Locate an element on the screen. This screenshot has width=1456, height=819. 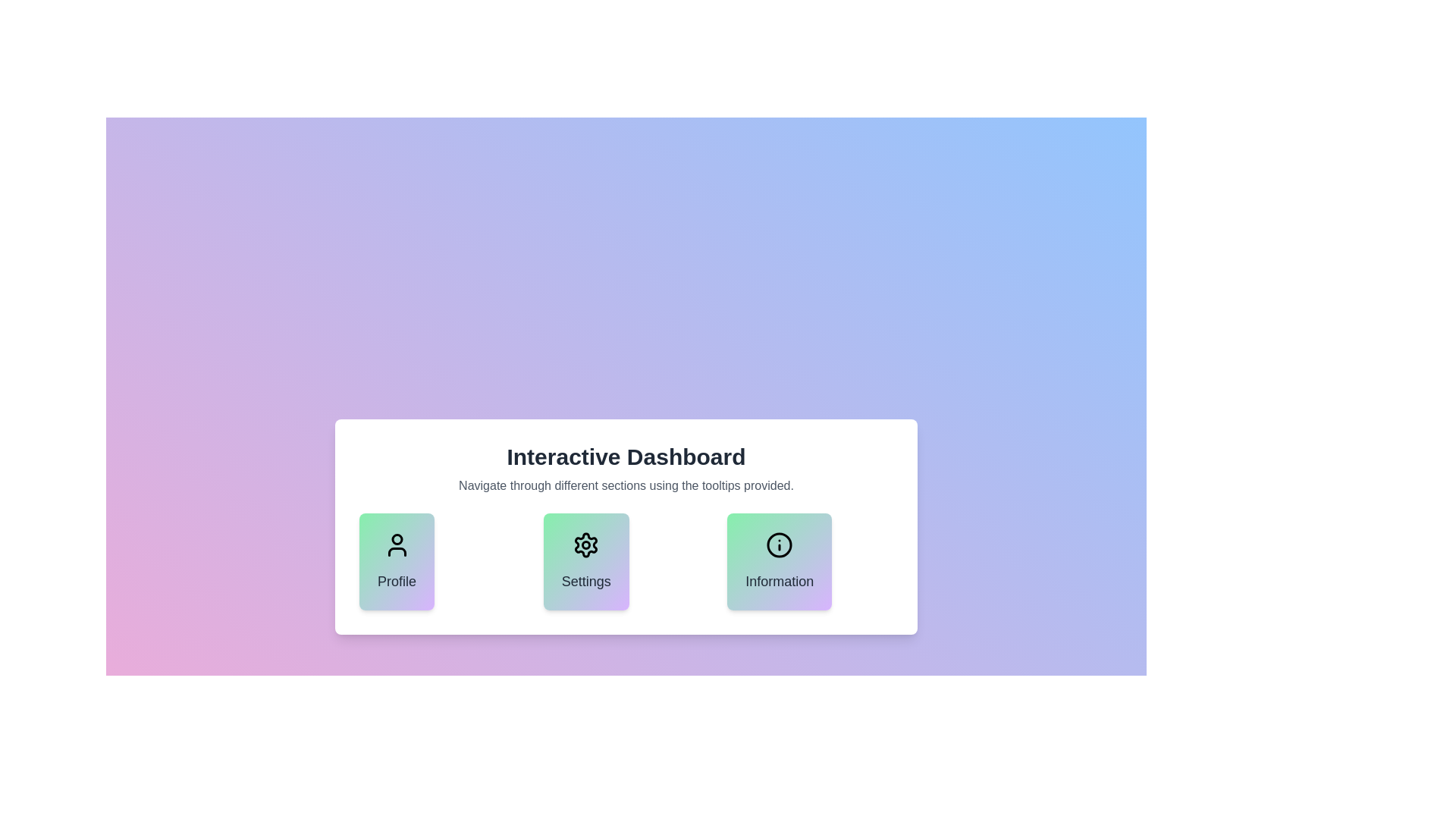
the 'Profile' text label, which is styled in a large, bold, dark gray font and located beneath the user icon in the first card of three horizontally aligned cards is located at coordinates (397, 581).